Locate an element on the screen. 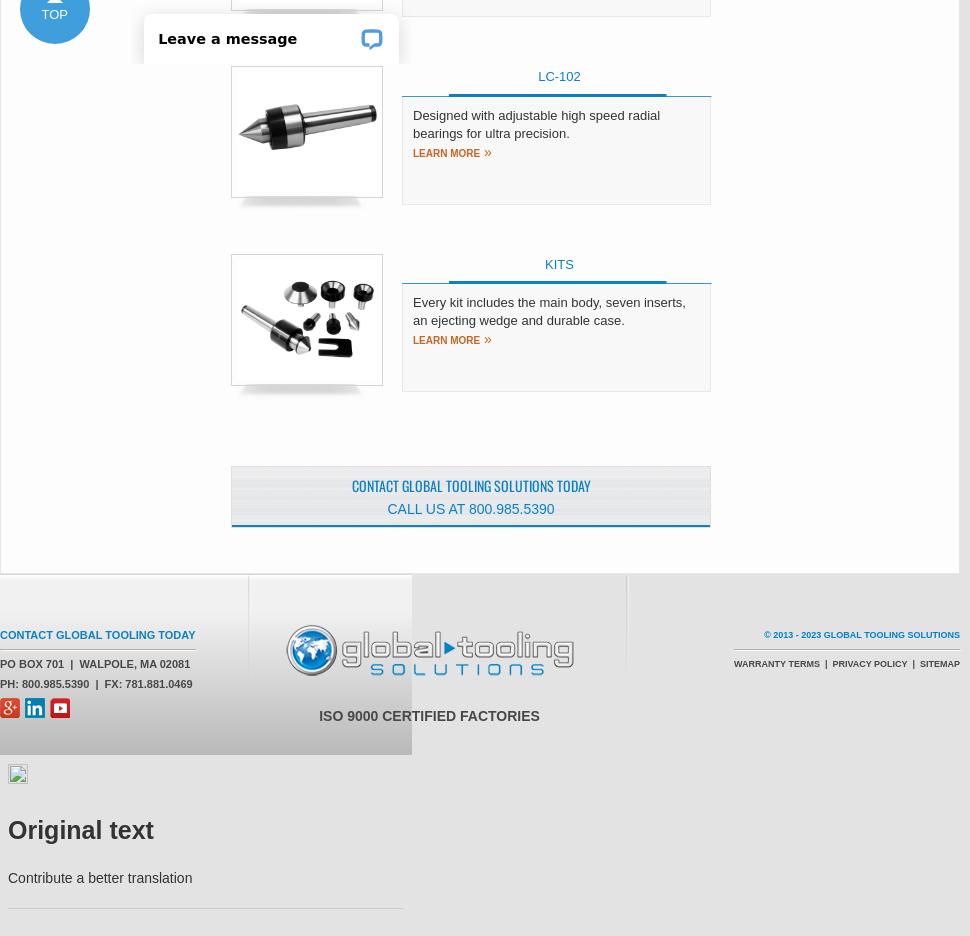 The height and width of the screenshot is (936, 970). 'Original text' is located at coordinates (79, 830).